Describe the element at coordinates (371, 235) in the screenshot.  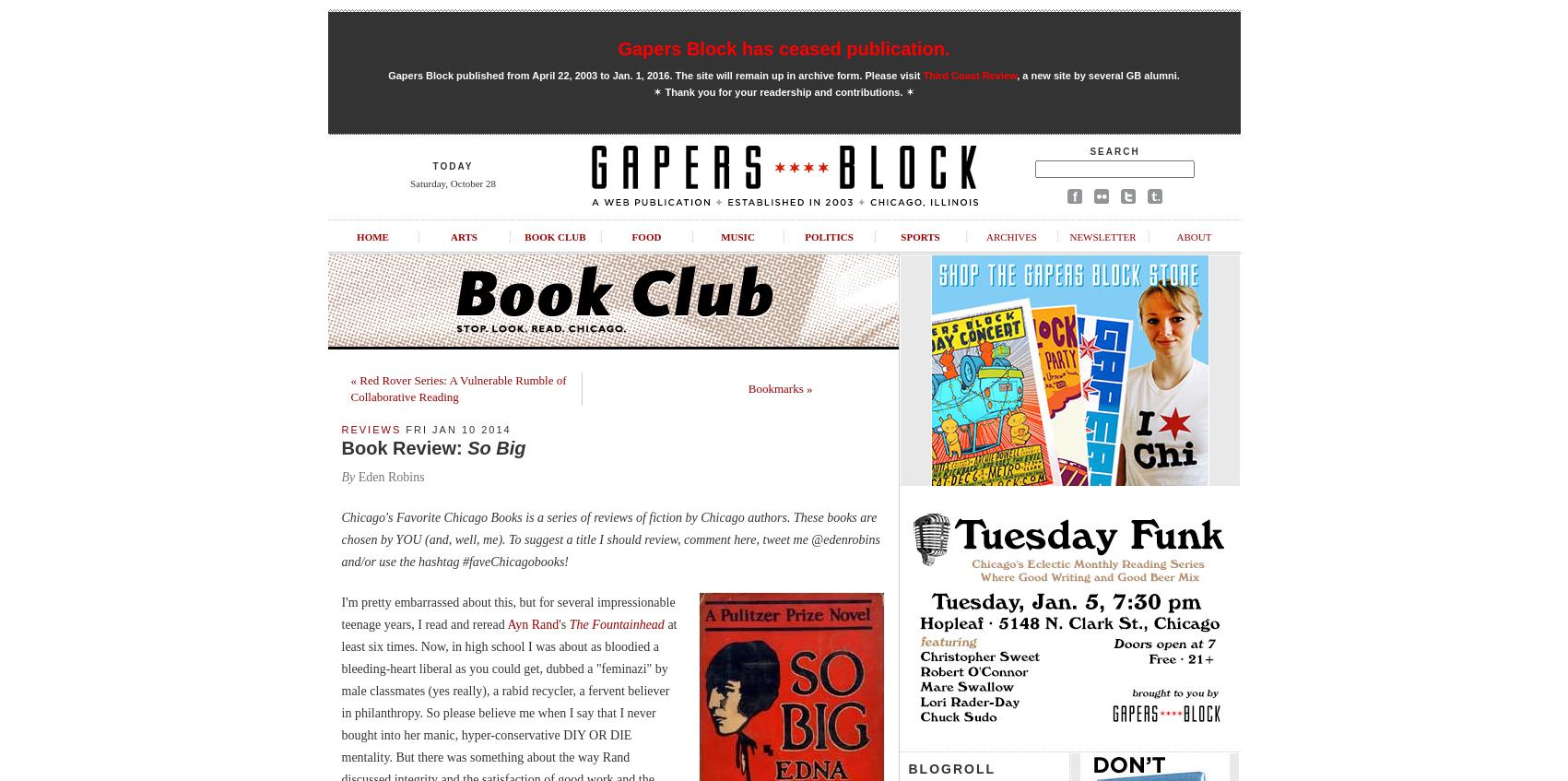
I see `'Home'` at that location.